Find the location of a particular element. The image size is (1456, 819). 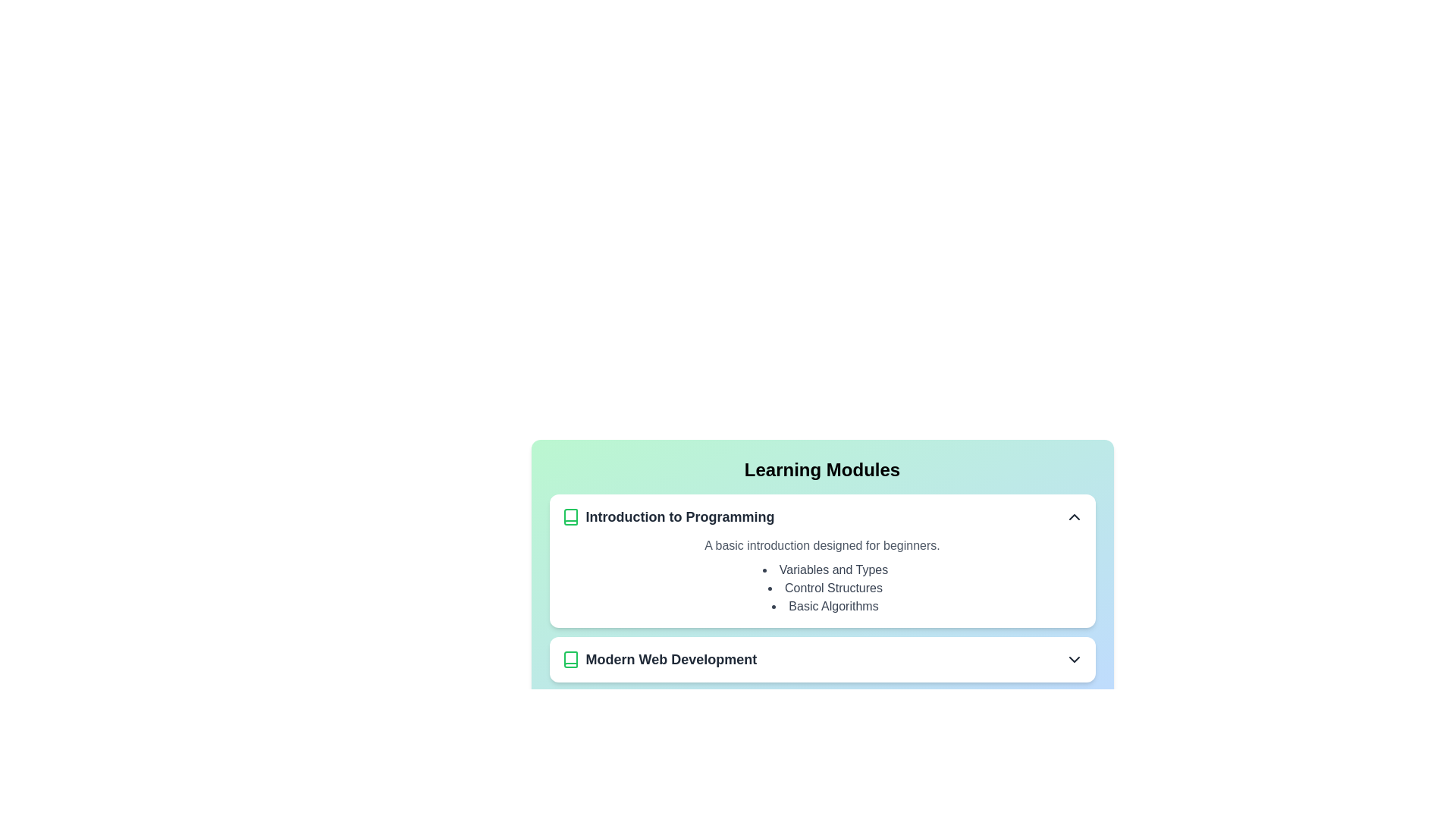

text of the bulleted list containing 'Variables and Types,' 'Control Structures,' and 'Basic Algorithms' located in the 'Introduction to Programming' section is located at coordinates (821, 587).